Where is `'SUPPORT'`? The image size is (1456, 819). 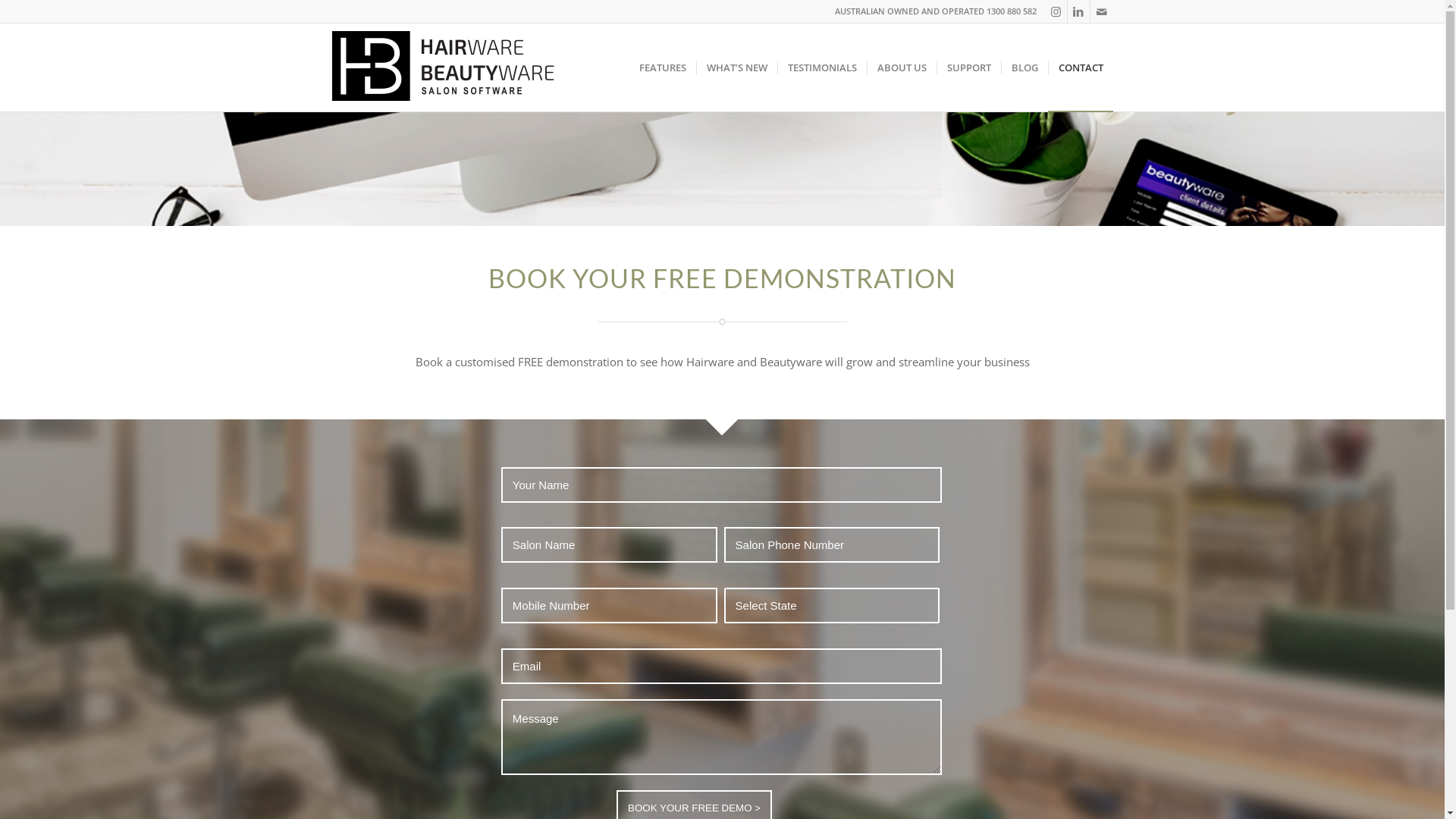 'SUPPORT' is located at coordinates (967, 66).